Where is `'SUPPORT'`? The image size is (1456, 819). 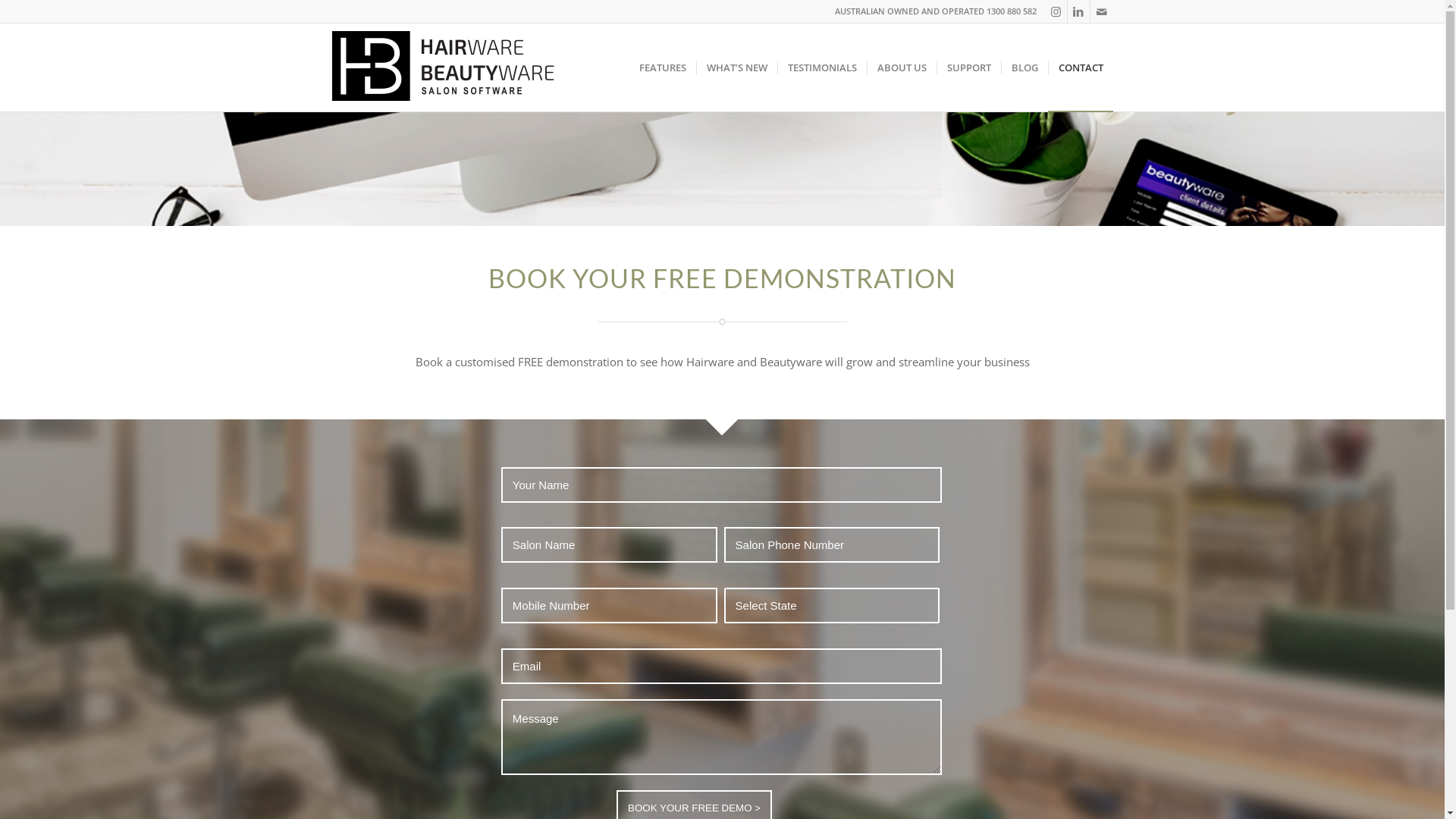 'SUPPORT' is located at coordinates (967, 66).